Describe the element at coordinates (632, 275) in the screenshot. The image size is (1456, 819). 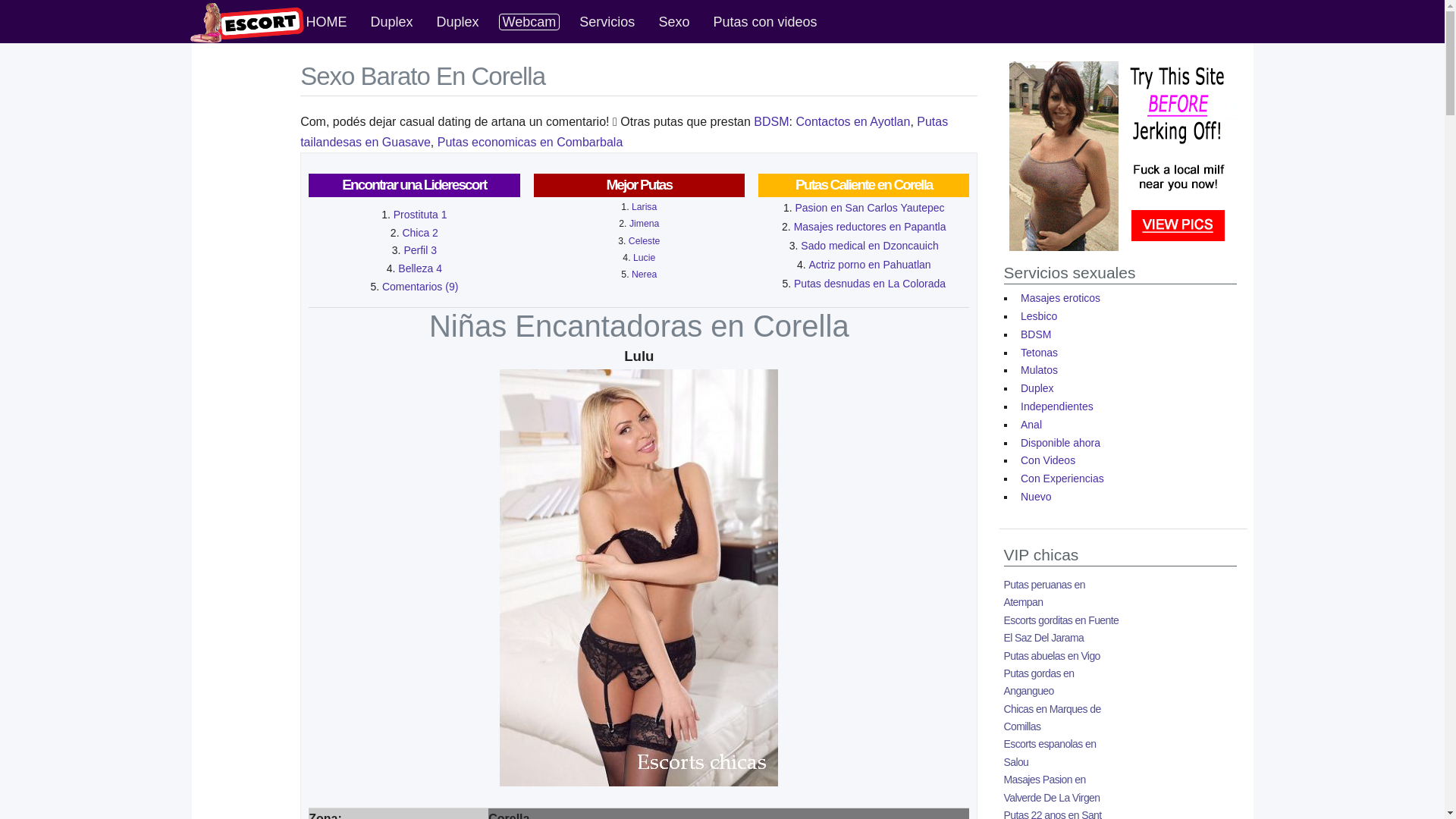
I see `'Nerea'` at that location.